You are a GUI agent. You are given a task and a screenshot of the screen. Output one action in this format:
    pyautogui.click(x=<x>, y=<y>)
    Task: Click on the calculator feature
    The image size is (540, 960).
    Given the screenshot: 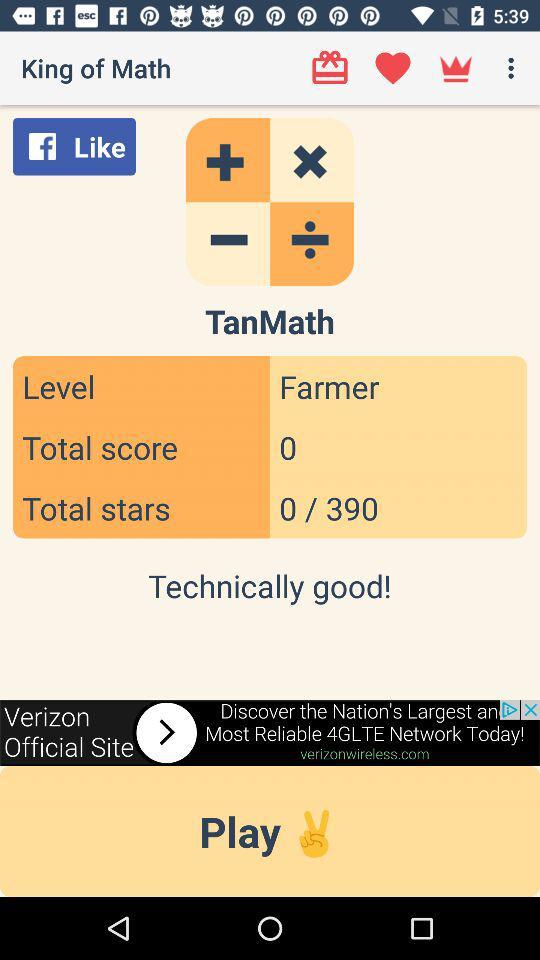 What is the action you would take?
    pyautogui.click(x=270, y=202)
    